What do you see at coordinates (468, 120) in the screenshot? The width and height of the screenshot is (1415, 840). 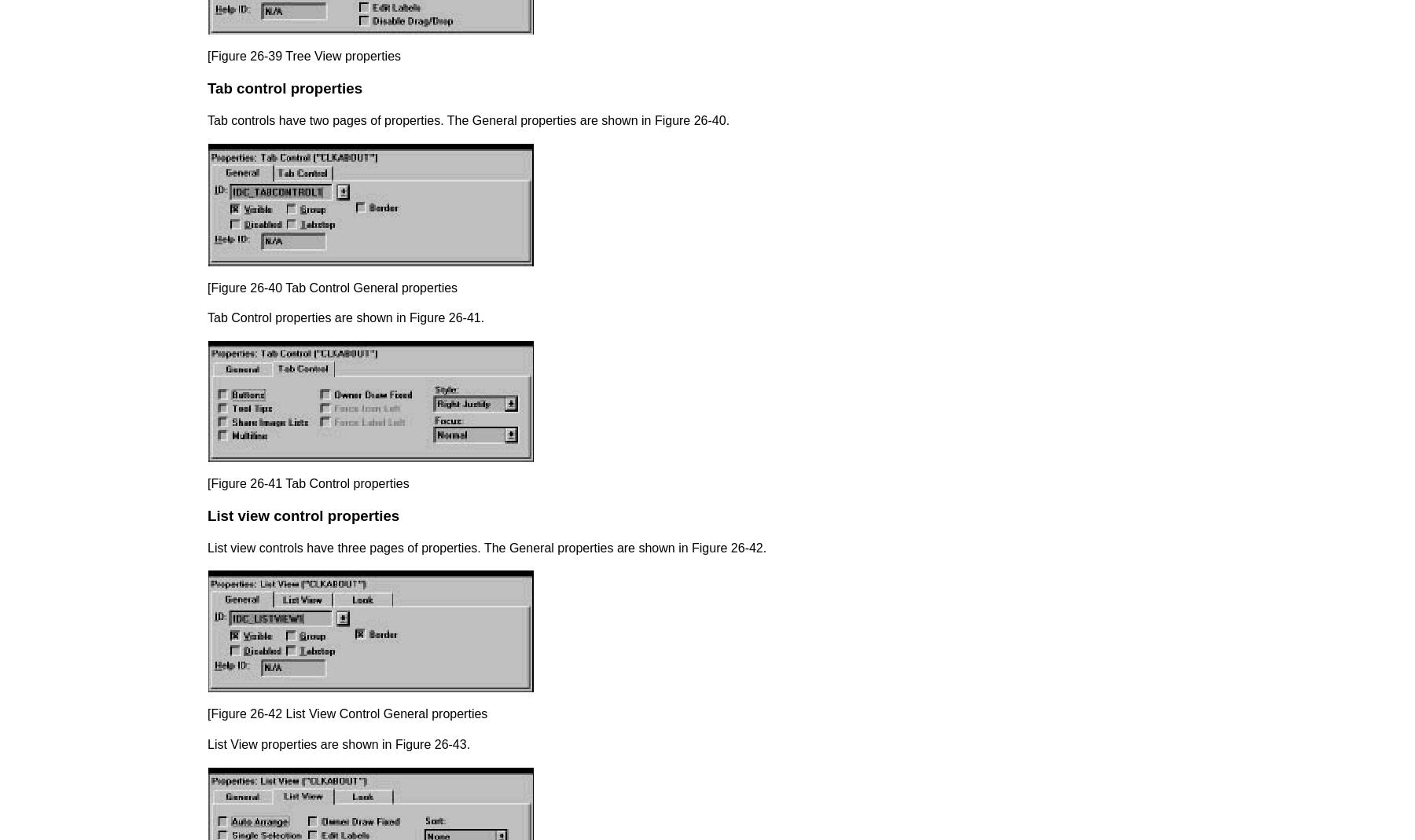 I see `'Tab controls have two pages of properties. The General properties 
are shown in Figure 26-40.'` at bounding box center [468, 120].